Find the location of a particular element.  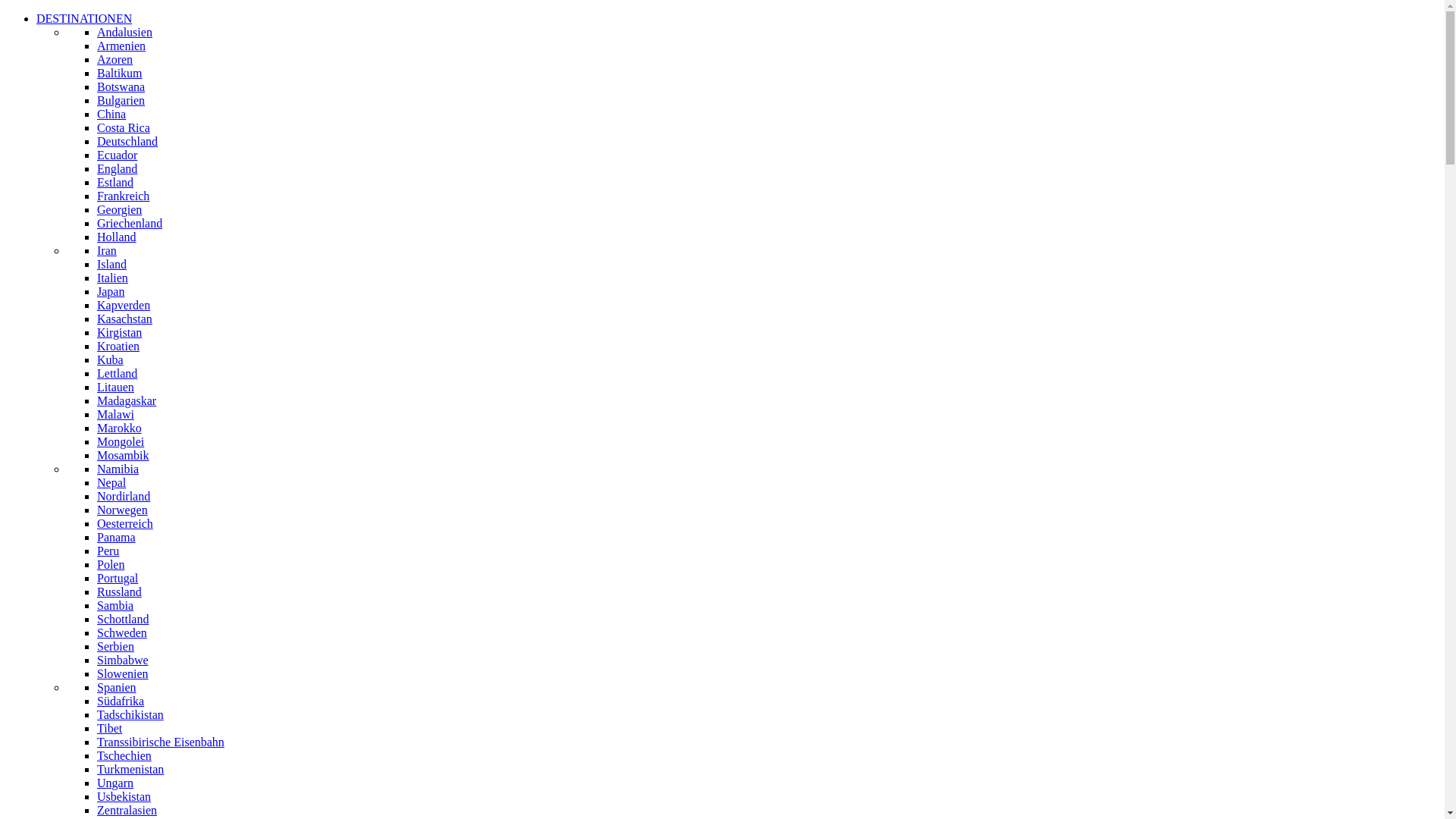

'Botswana' is located at coordinates (120, 86).